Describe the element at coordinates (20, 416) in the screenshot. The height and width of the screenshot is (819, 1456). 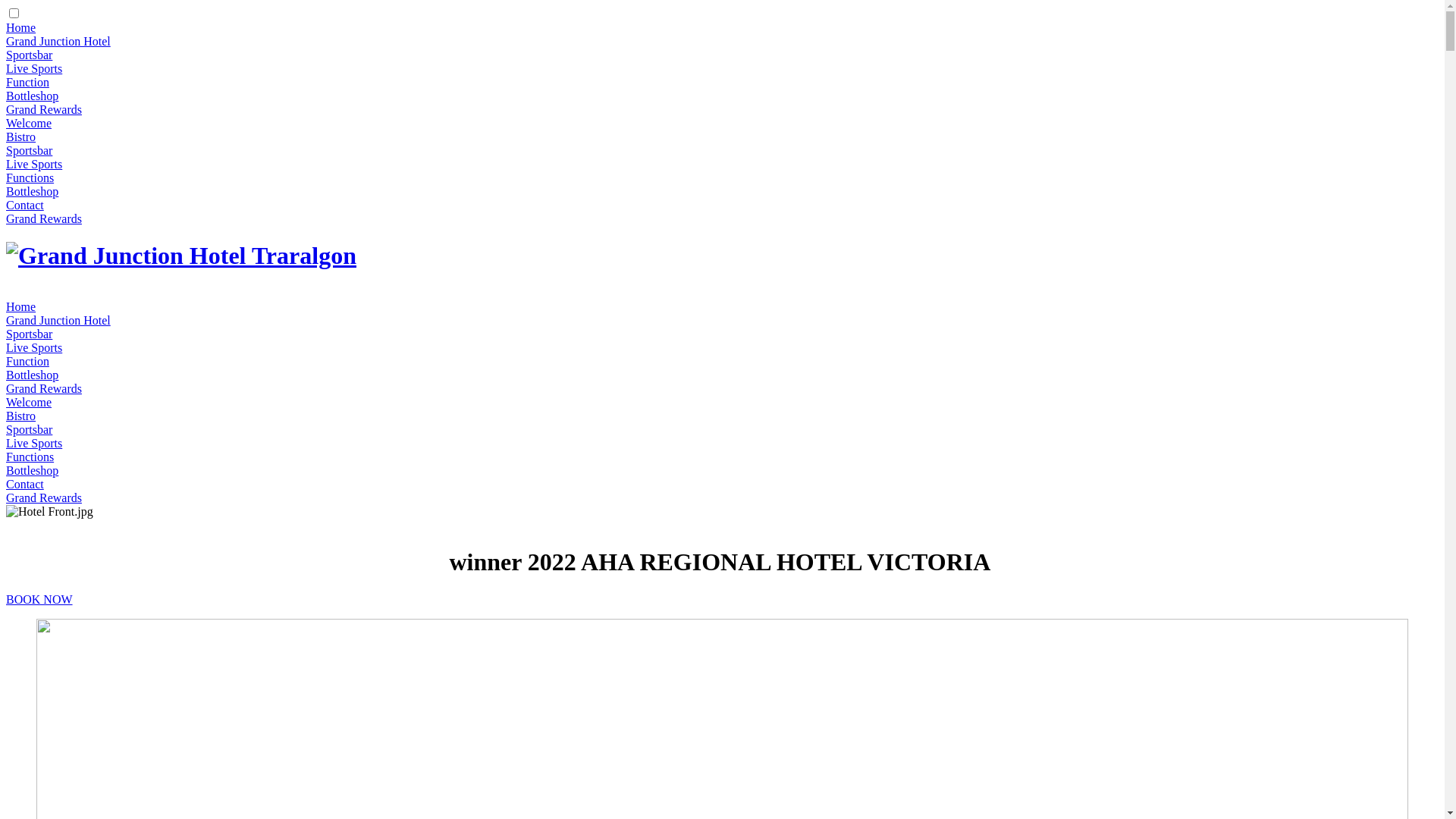
I see `'Bistro'` at that location.